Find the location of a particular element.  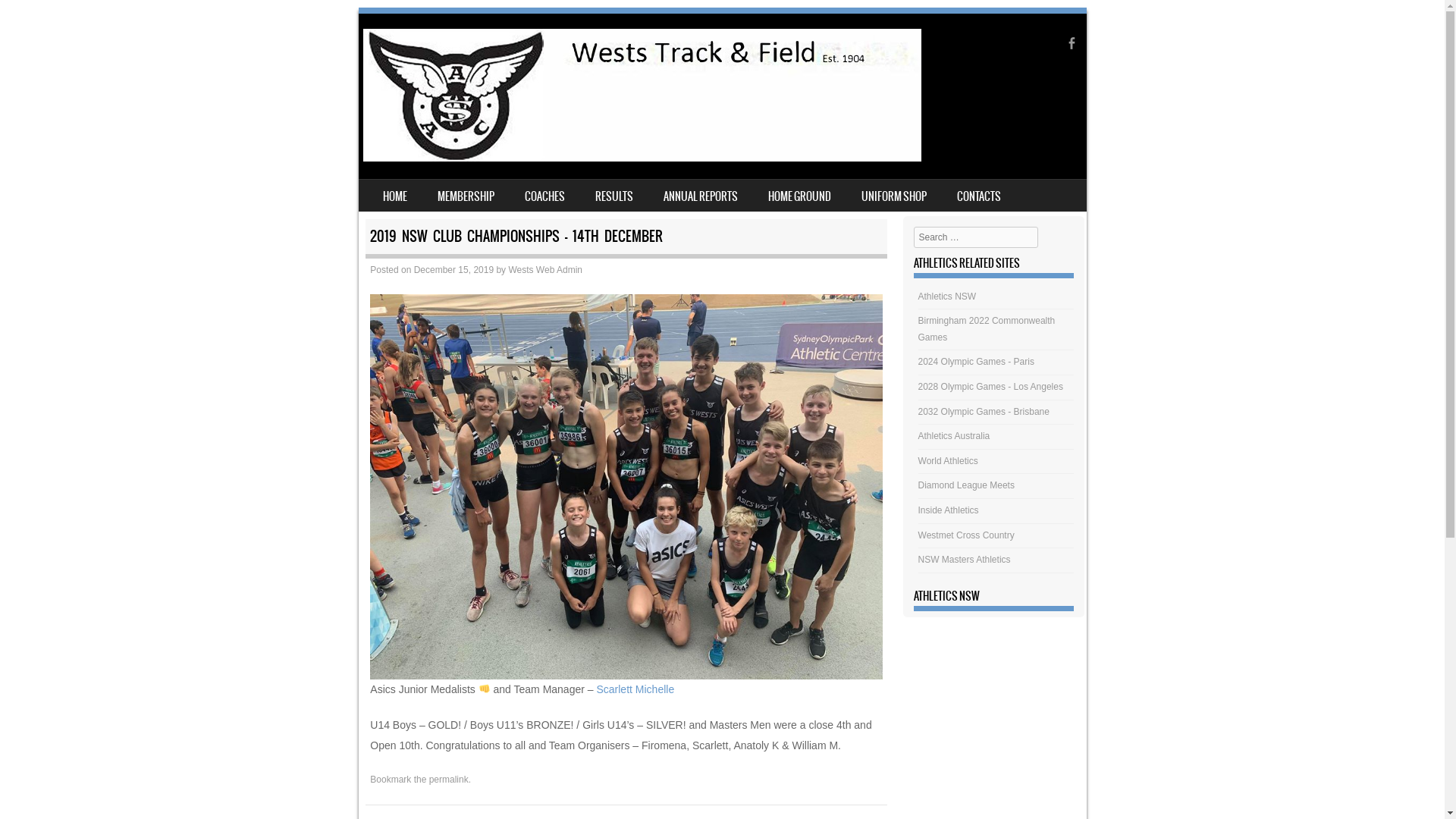

'Westmet Cross Country' is located at coordinates (965, 534).